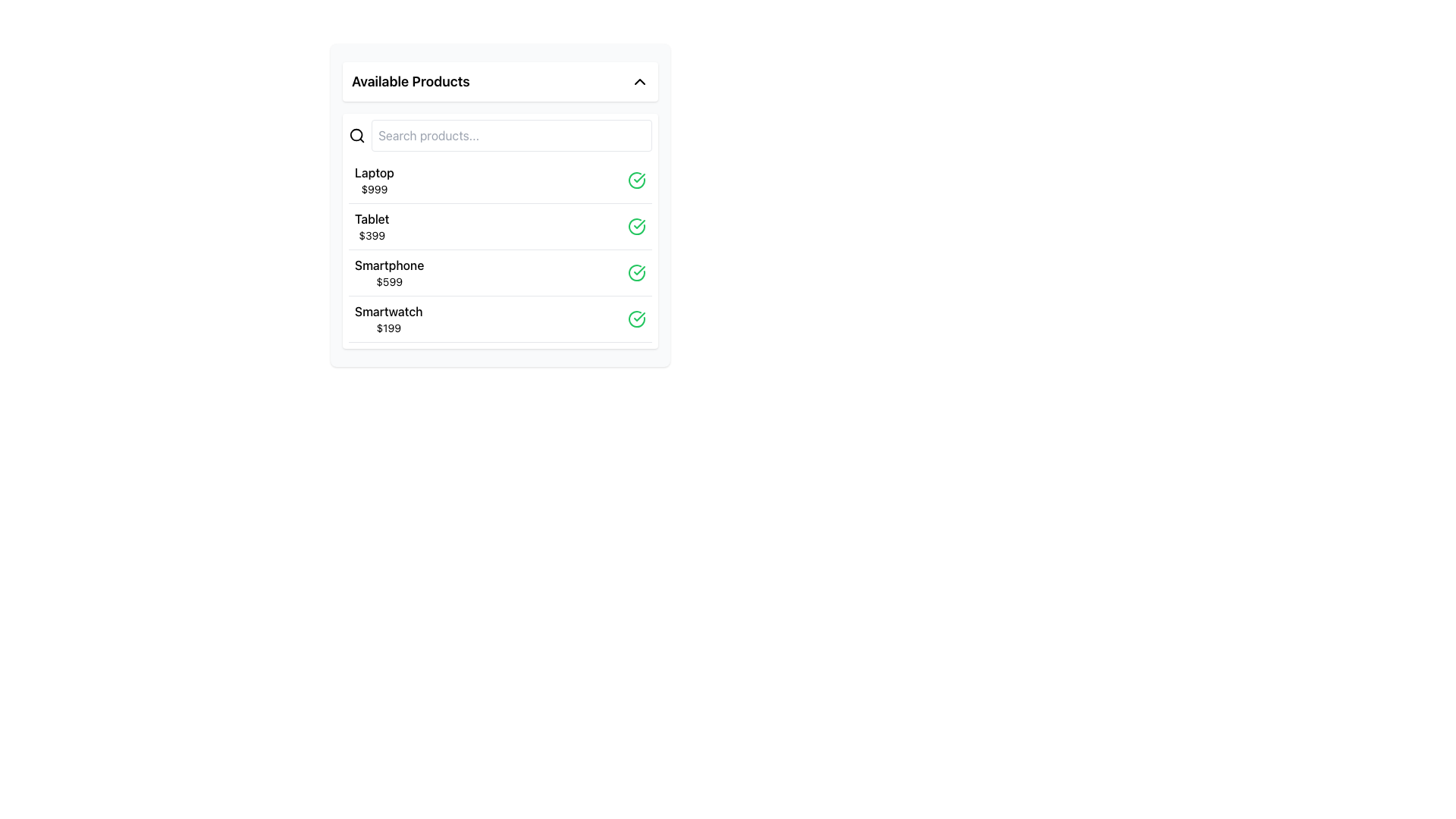 This screenshot has width=1456, height=819. What do you see at coordinates (356, 134) in the screenshot?
I see `the search icon that represents the search function, located to the left of the search input box and aligned with the label 'Search products...'` at bounding box center [356, 134].